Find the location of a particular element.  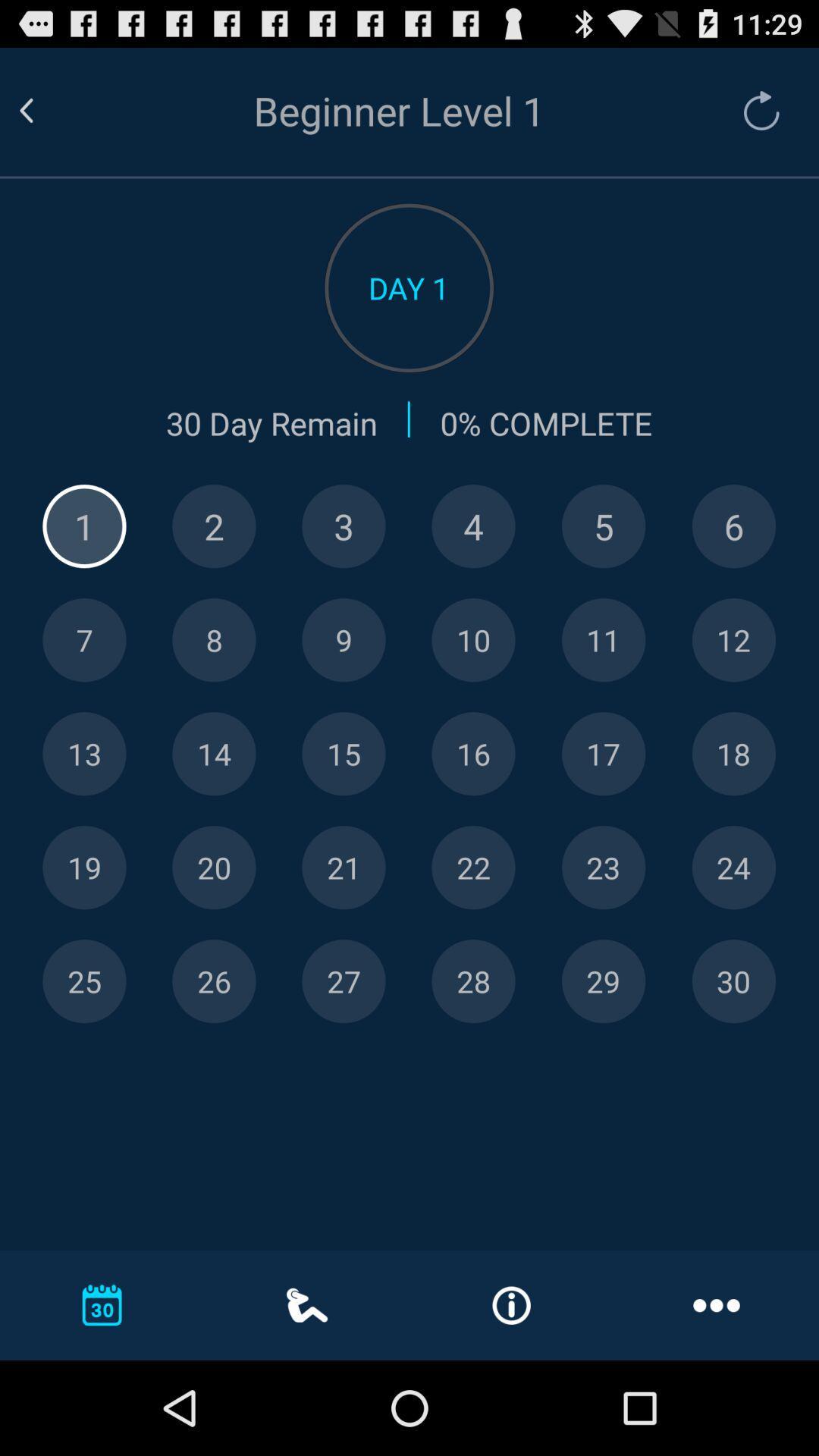

shows number 24 is located at coordinates (733, 868).